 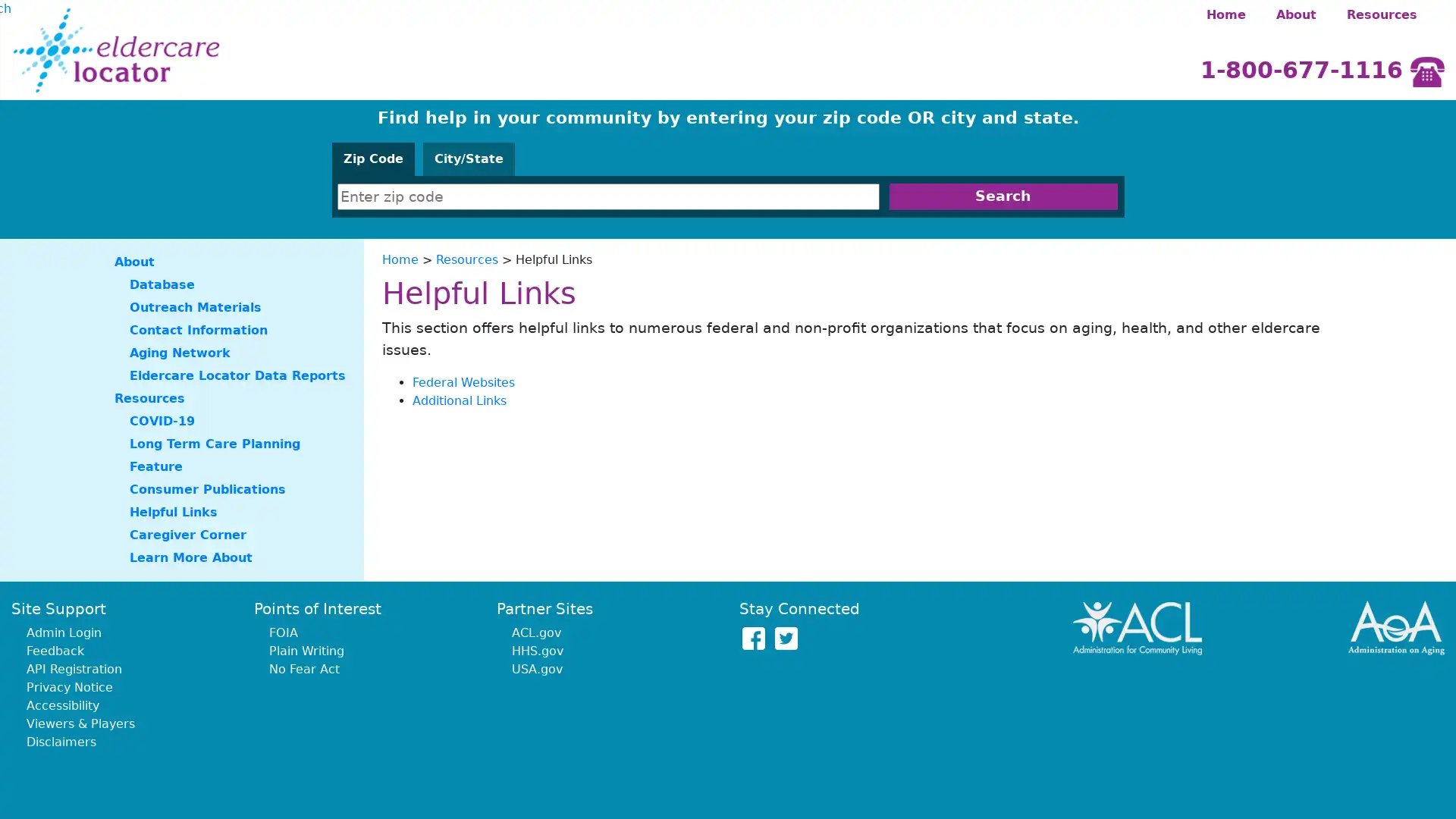 What do you see at coordinates (1003, 196) in the screenshot?
I see `Search` at bounding box center [1003, 196].